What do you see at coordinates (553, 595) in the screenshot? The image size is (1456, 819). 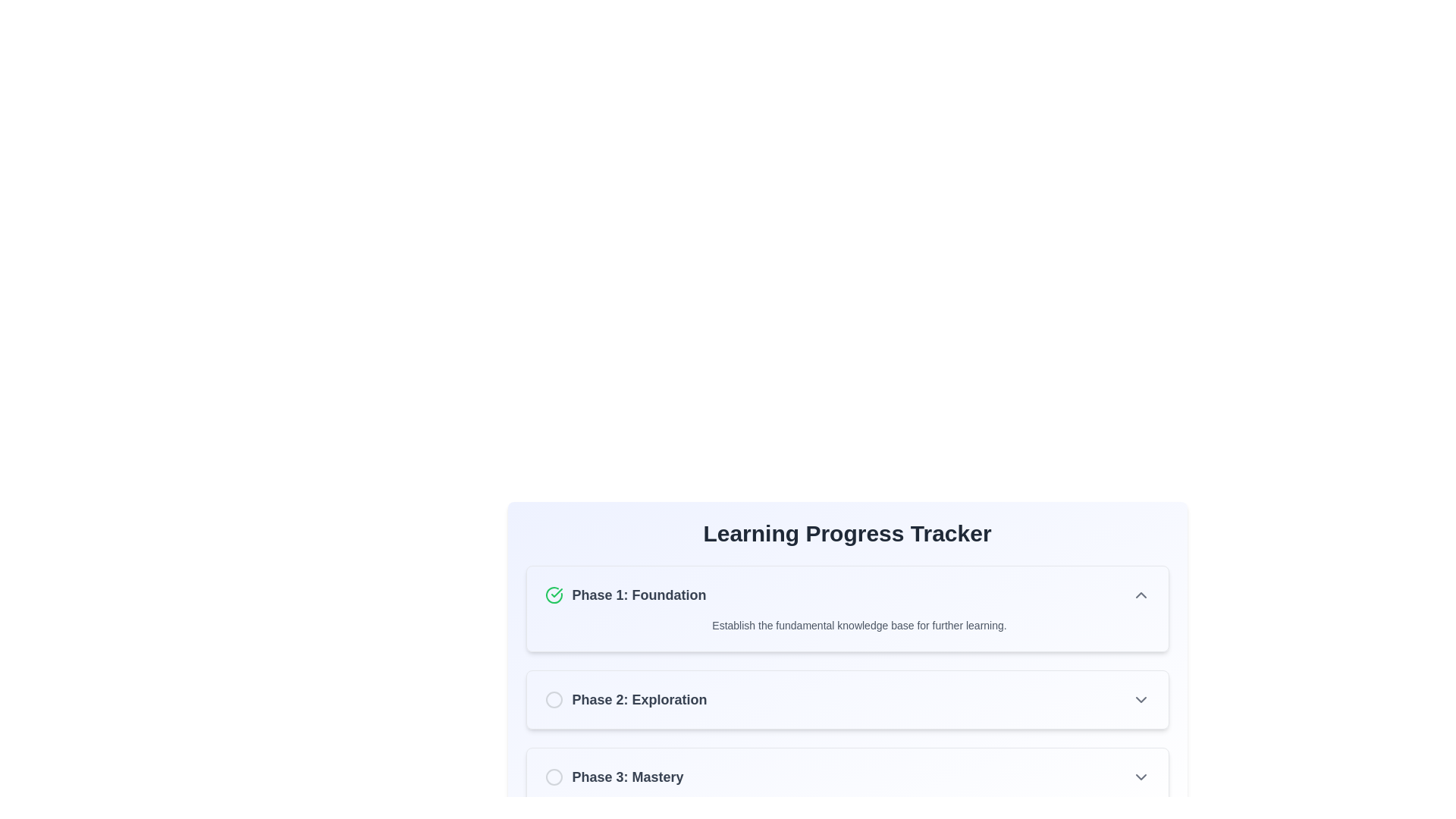 I see `the status represented by the green checkmark icon located to the left of 'Phase 1: Foundation' in the learning tracker list` at bounding box center [553, 595].